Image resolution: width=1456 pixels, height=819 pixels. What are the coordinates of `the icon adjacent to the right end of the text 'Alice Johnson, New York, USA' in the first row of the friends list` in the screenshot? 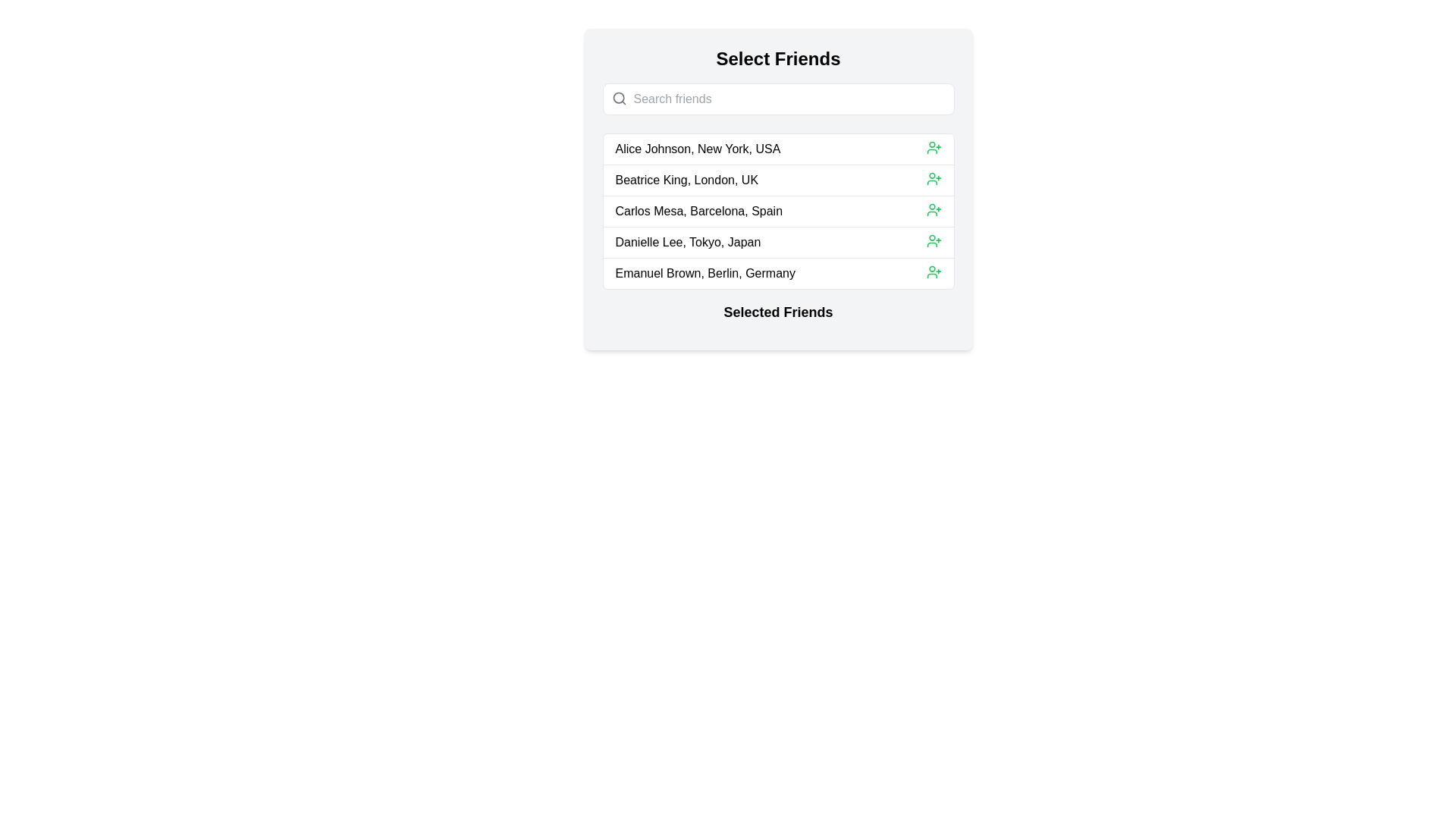 It's located at (933, 148).